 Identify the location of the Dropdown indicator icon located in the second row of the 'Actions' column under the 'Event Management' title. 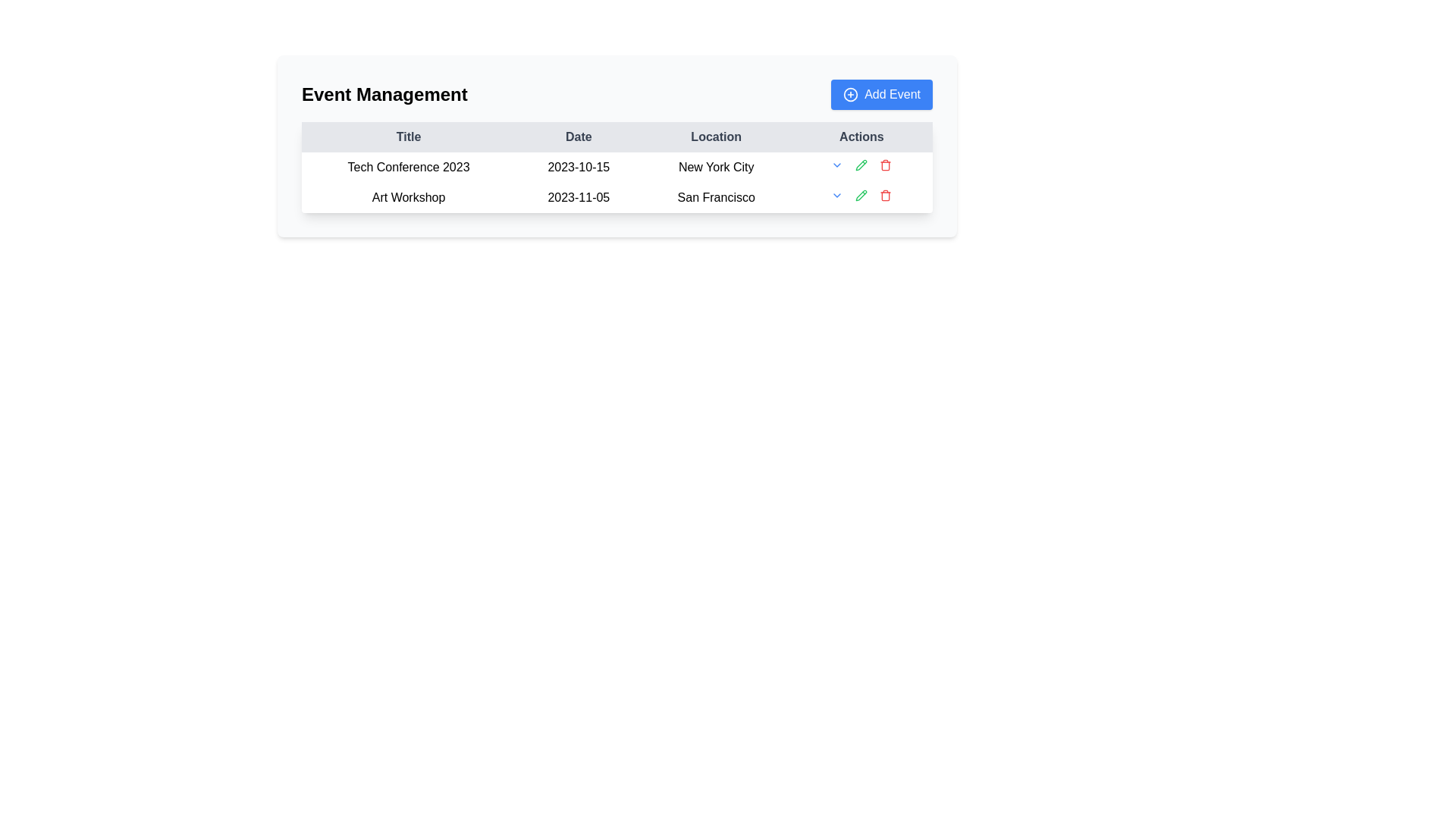
(836, 195).